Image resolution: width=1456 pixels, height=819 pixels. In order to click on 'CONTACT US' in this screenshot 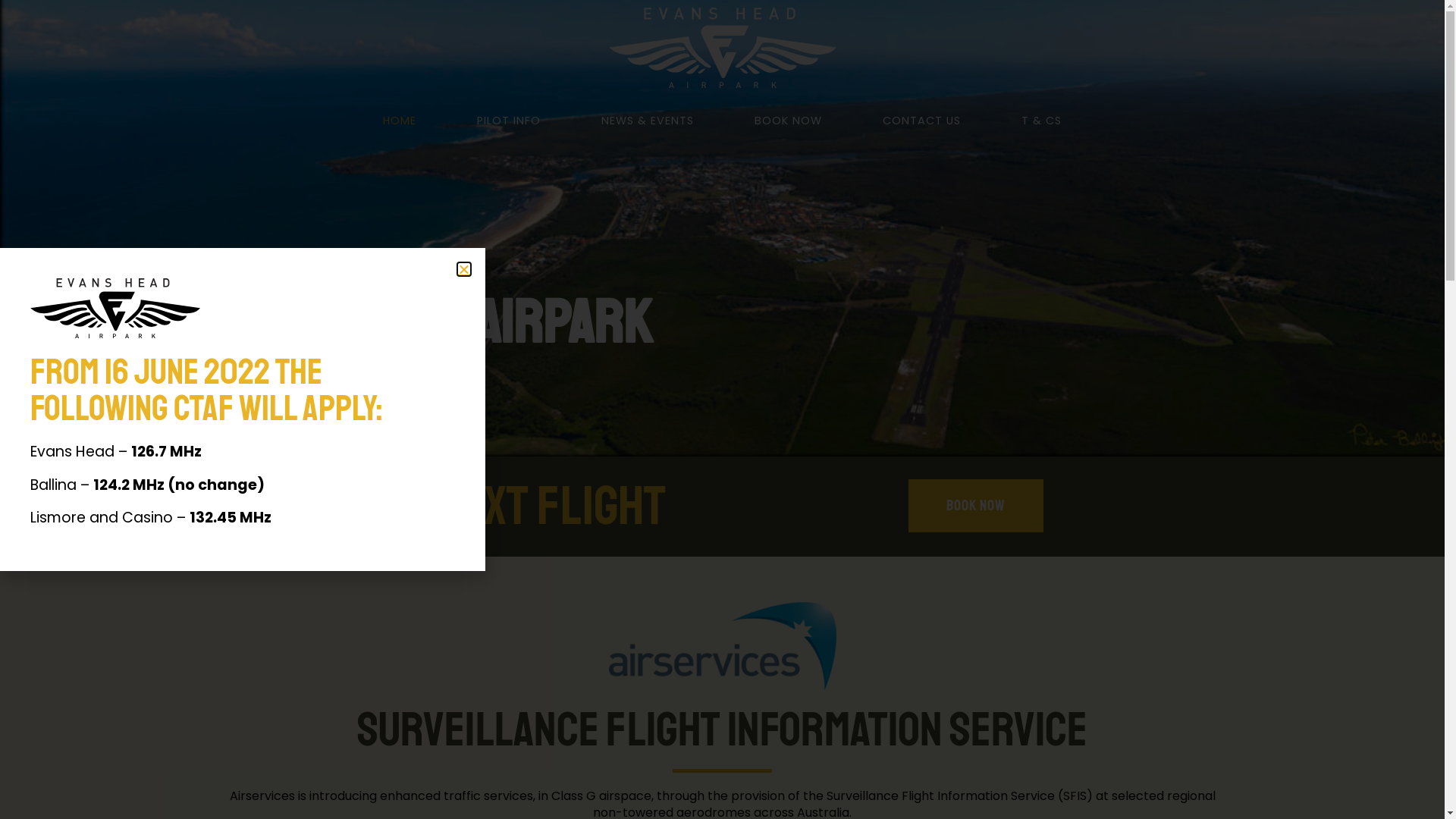, I will do `click(921, 119)`.